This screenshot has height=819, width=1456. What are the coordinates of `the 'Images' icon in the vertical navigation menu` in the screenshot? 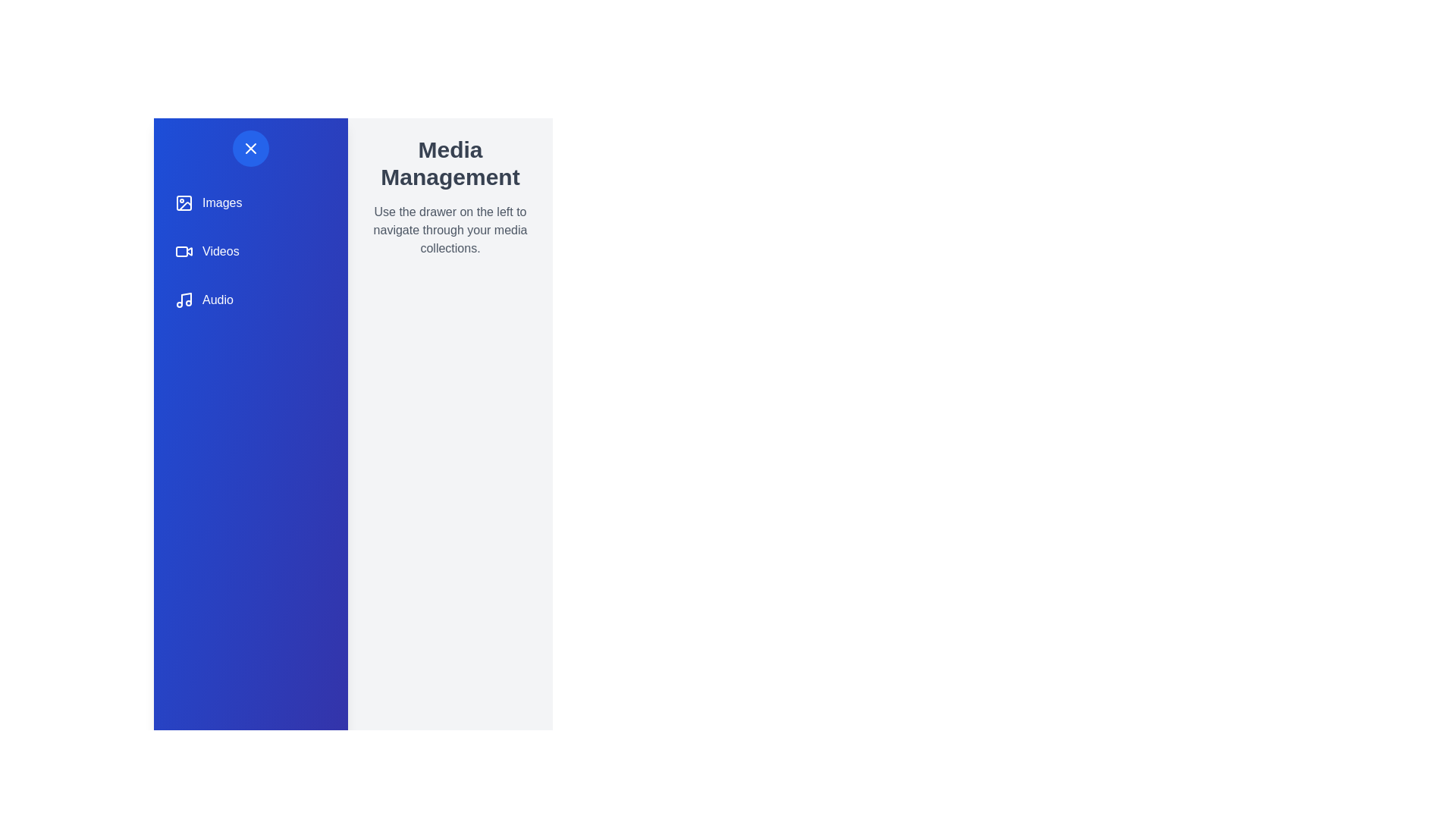 It's located at (184, 202).